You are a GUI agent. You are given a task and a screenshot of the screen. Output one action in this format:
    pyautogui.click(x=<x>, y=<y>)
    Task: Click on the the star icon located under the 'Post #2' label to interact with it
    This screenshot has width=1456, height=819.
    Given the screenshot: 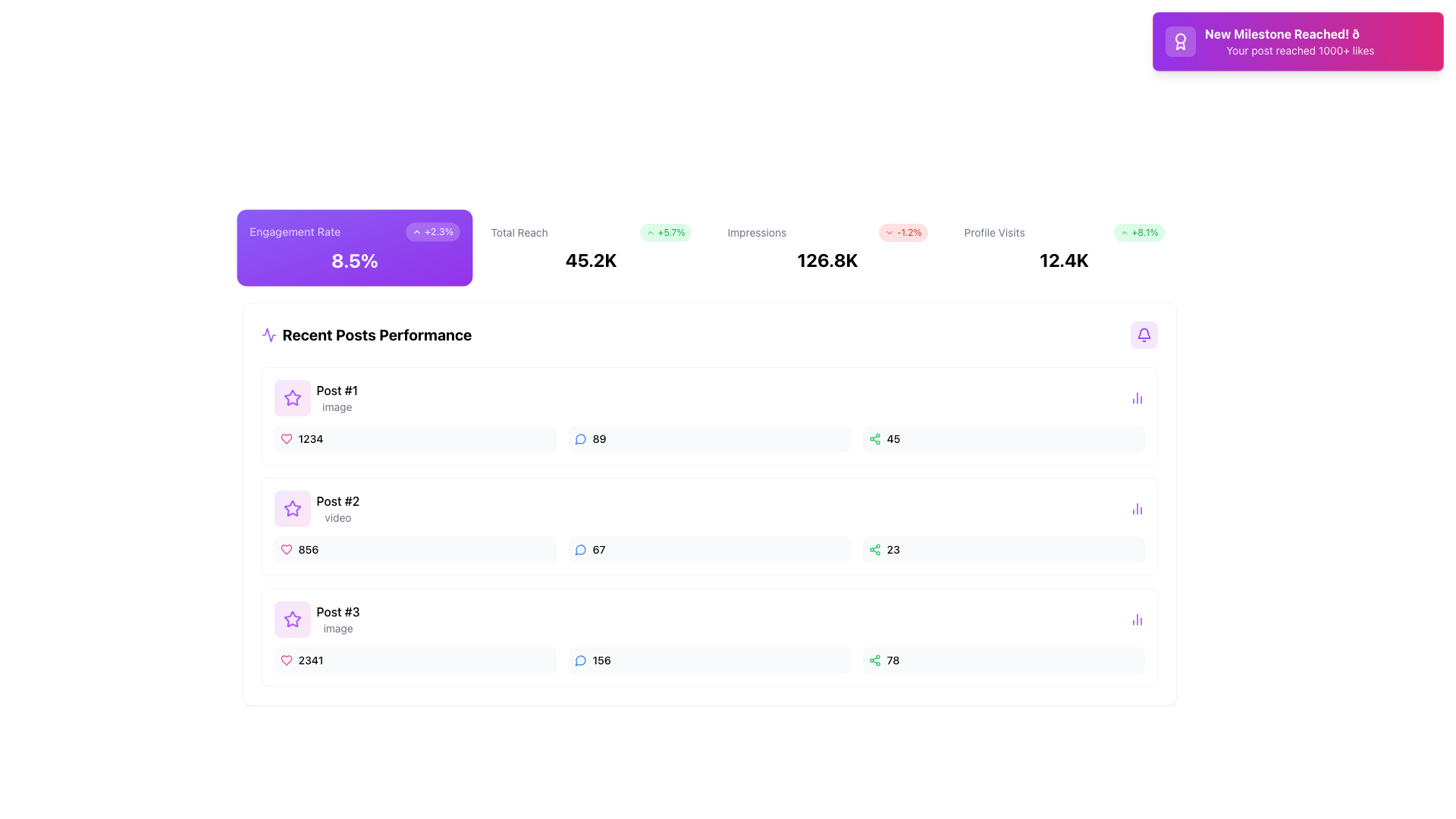 What is the action you would take?
    pyautogui.click(x=292, y=397)
    